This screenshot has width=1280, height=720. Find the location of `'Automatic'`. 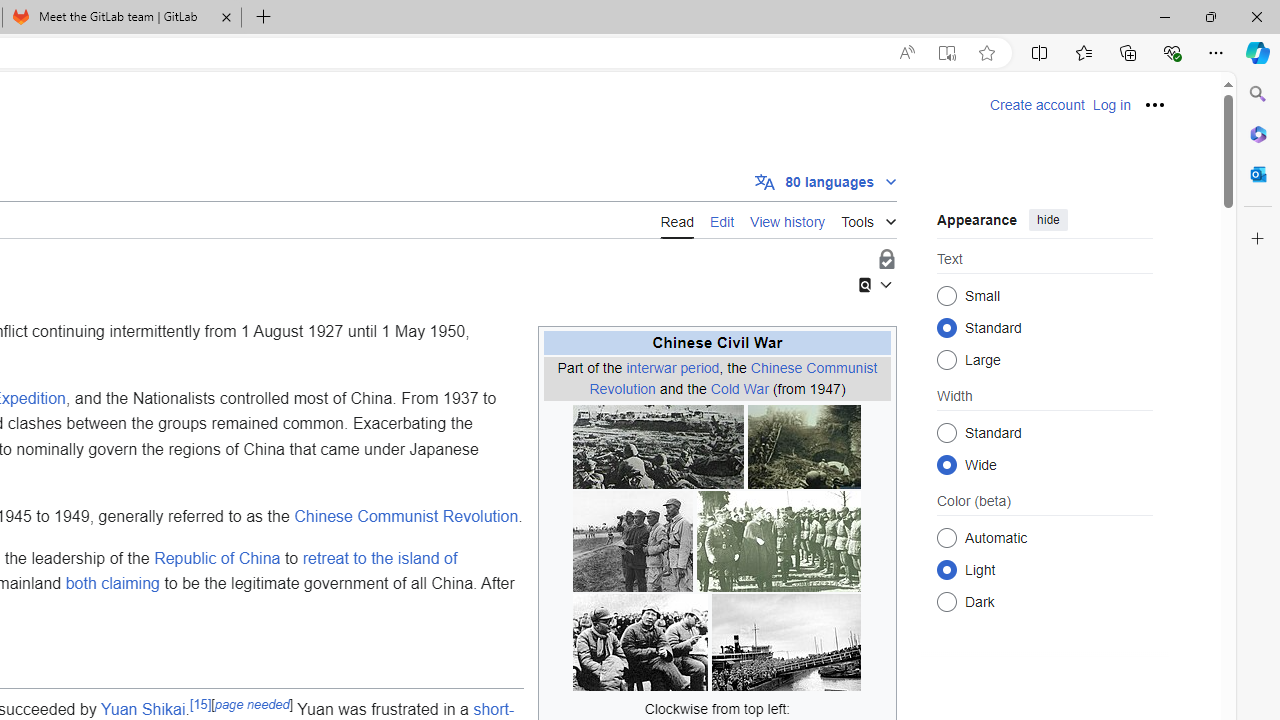

'Automatic' is located at coordinates (946, 536).